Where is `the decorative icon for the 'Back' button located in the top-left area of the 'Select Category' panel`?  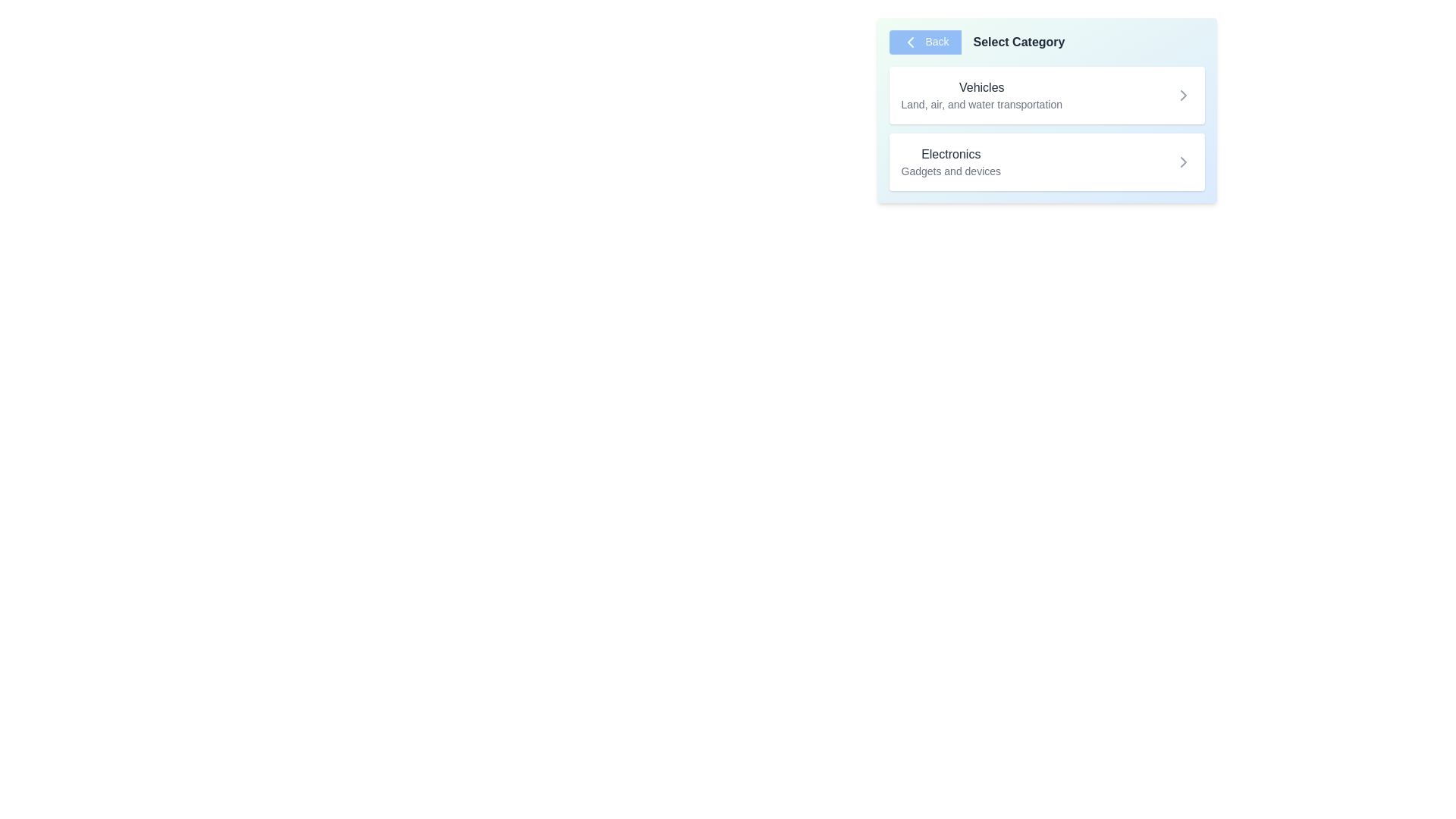
the decorative icon for the 'Back' button located in the top-left area of the 'Select Category' panel is located at coordinates (910, 42).